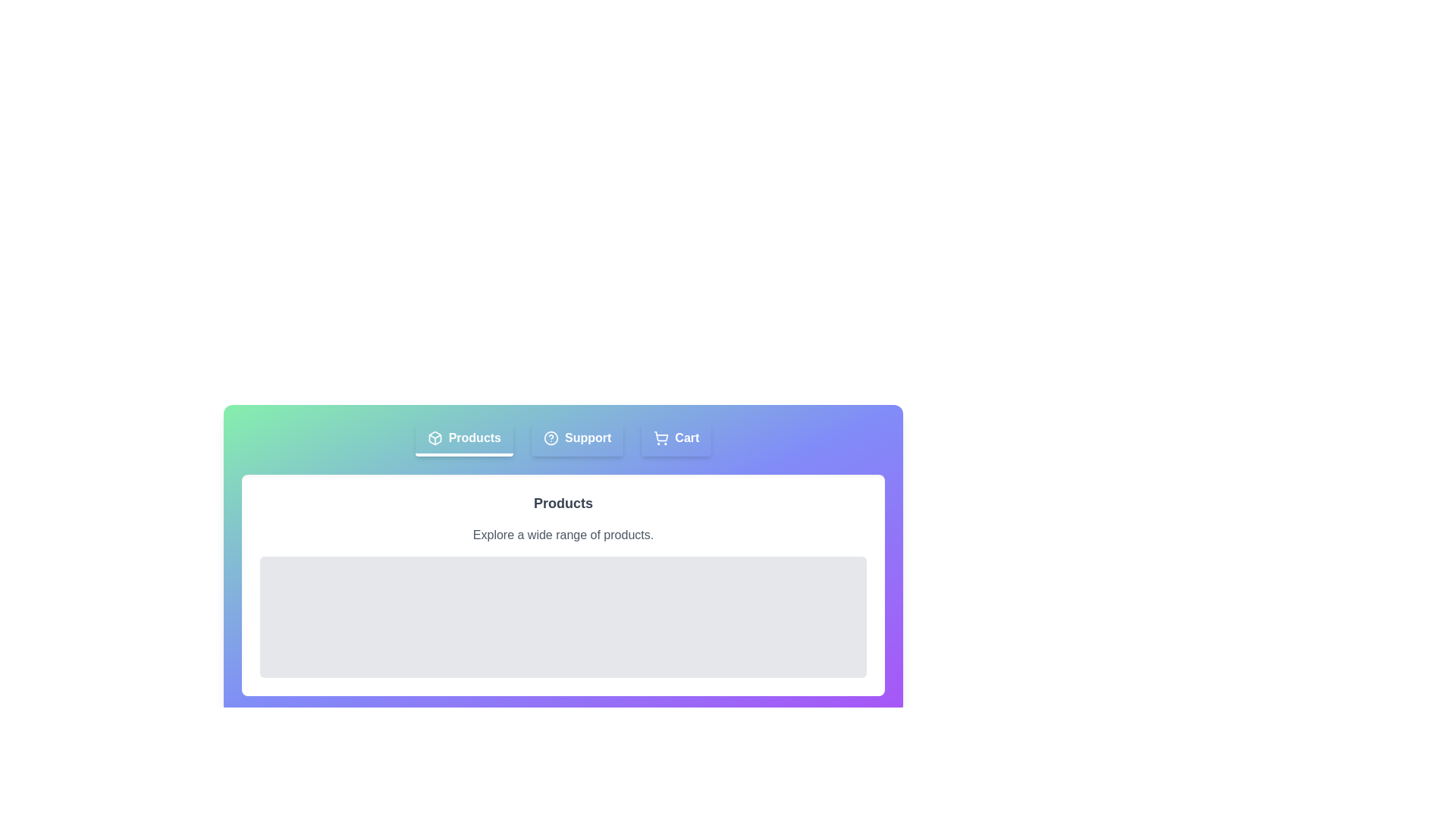  Describe the element at coordinates (676, 439) in the screenshot. I see `the button labeled Cart to observe its hover effect` at that location.